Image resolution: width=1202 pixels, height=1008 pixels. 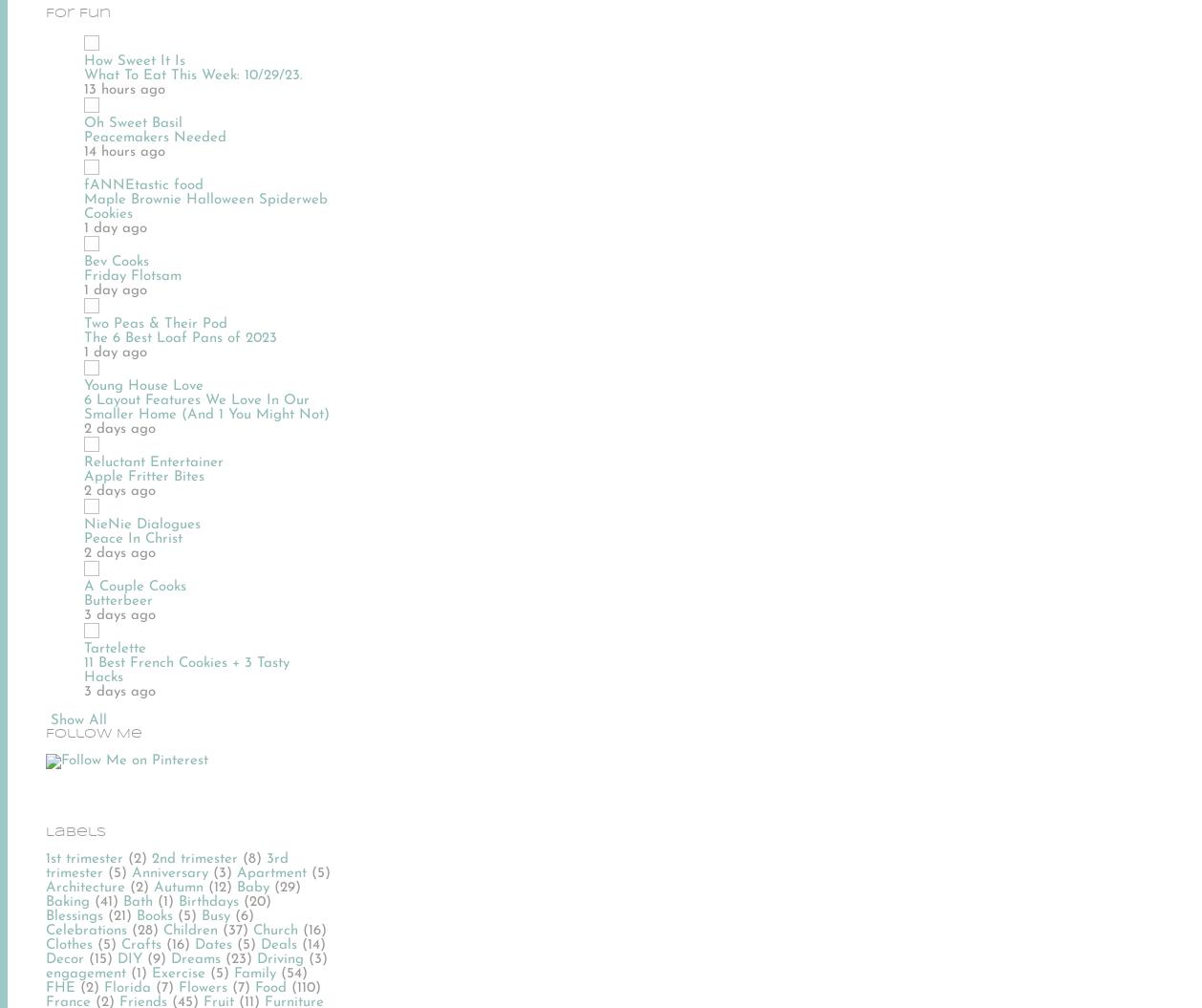 What do you see at coordinates (127, 986) in the screenshot?
I see `'Florida'` at bounding box center [127, 986].